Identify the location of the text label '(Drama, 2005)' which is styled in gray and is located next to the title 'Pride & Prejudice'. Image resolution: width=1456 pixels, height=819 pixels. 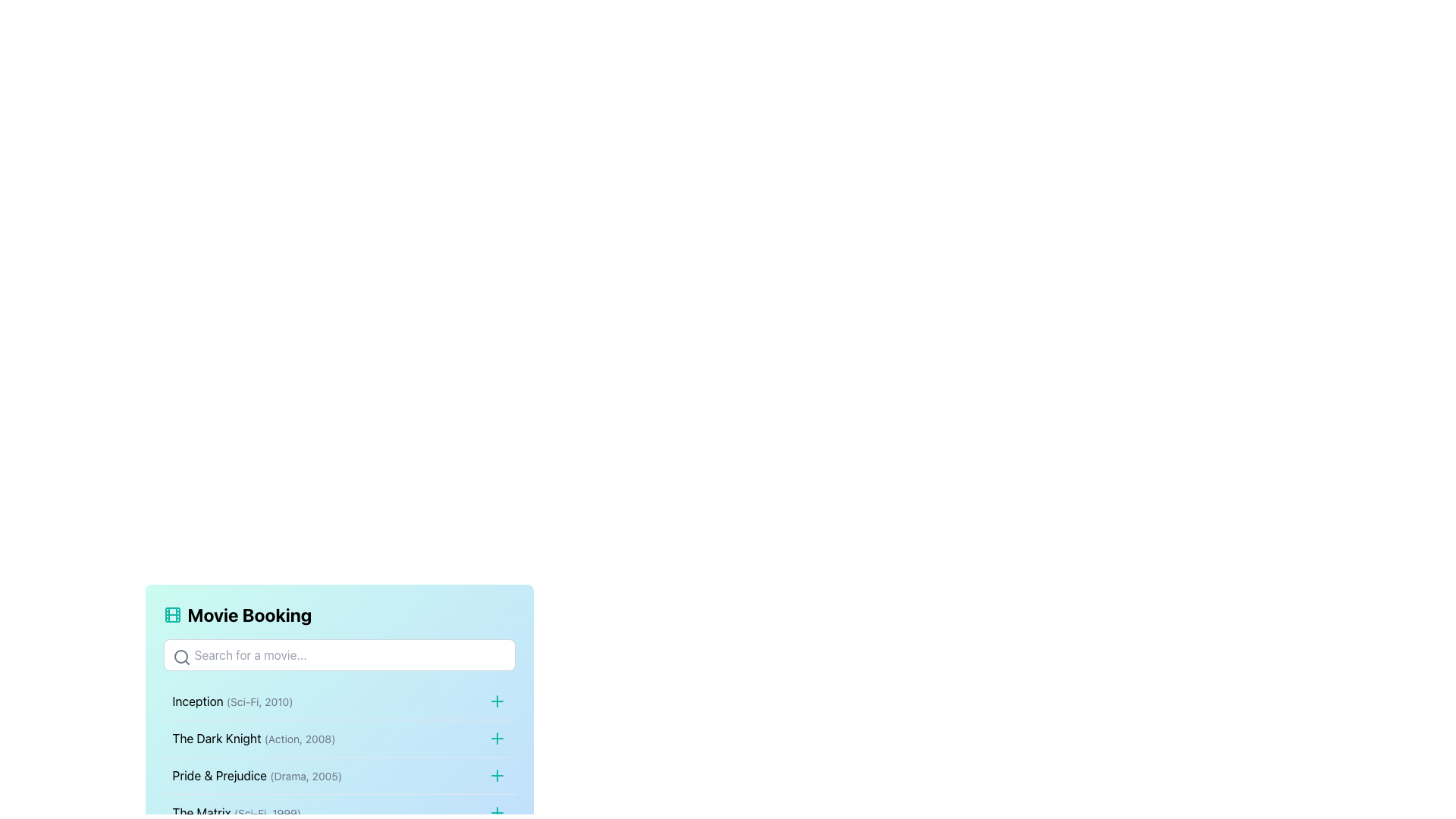
(305, 776).